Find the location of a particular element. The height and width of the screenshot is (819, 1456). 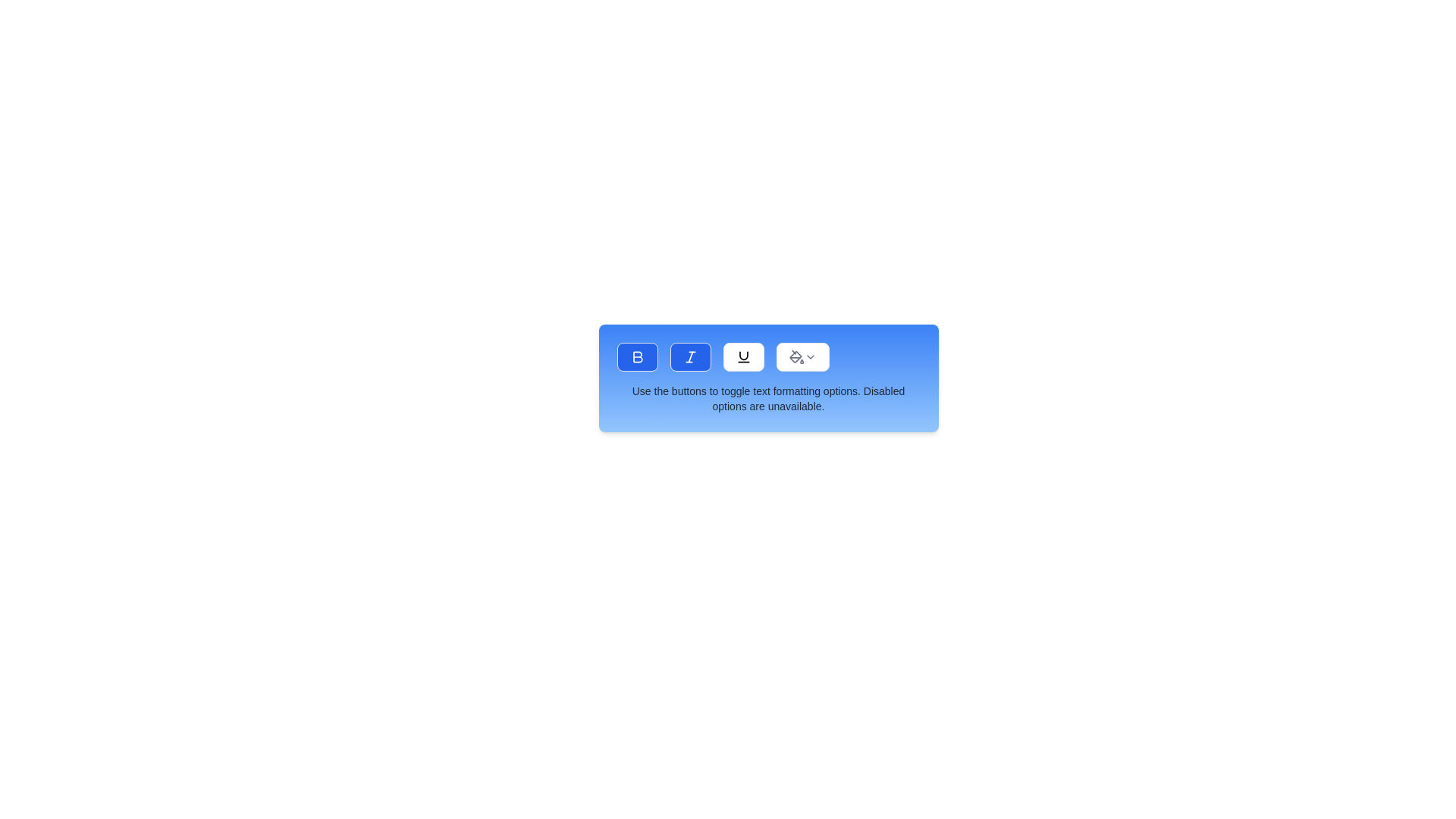

the underline formatting icon located within the third button from the left in the horizontal toolbar is located at coordinates (743, 356).